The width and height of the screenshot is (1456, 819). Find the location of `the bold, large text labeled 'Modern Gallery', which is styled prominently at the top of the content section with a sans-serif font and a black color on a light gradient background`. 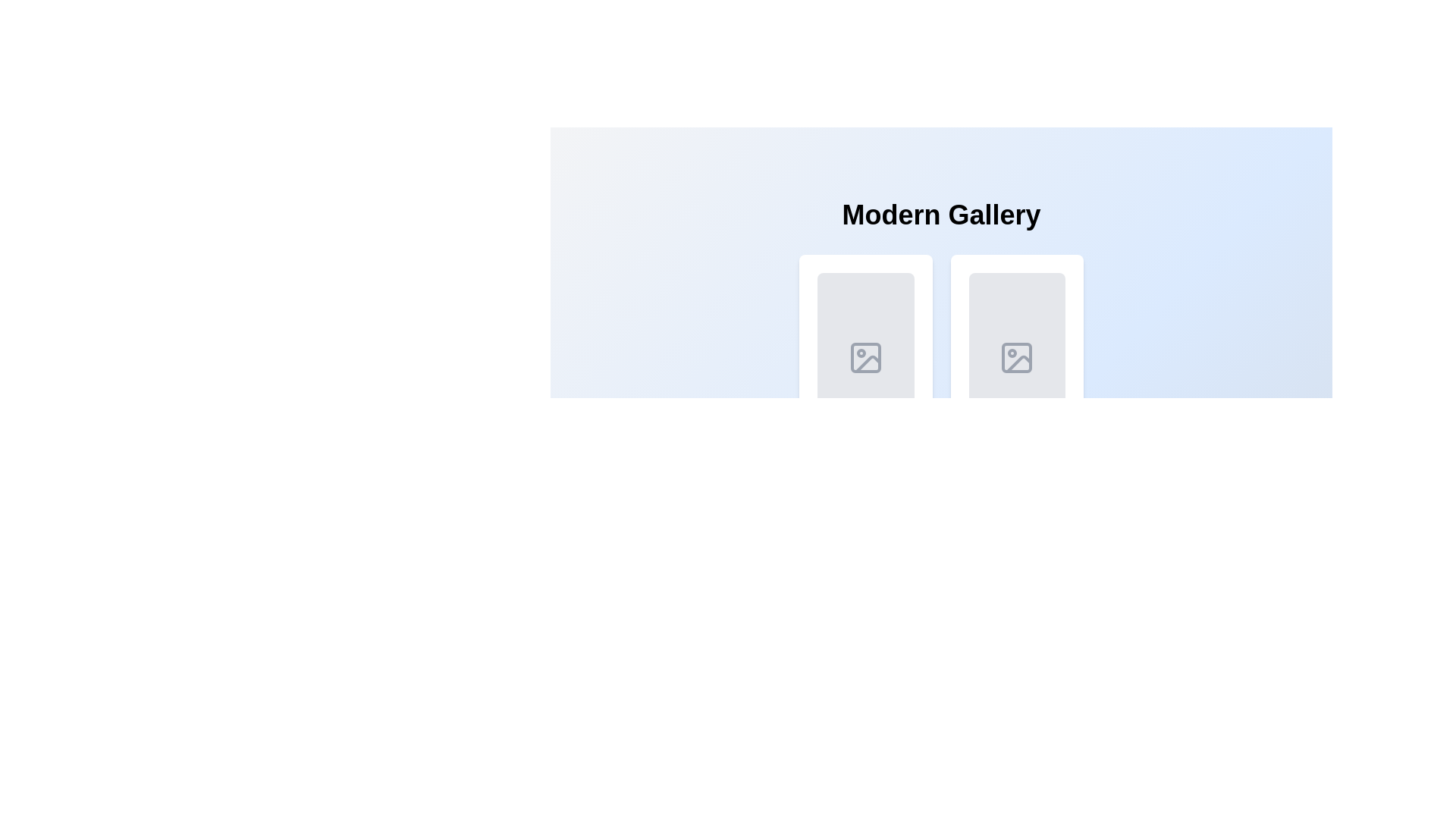

the bold, large text labeled 'Modern Gallery', which is styled prominently at the top of the content section with a sans-serif font and a black color on a light gradient background is located at coordinates (940, 215).